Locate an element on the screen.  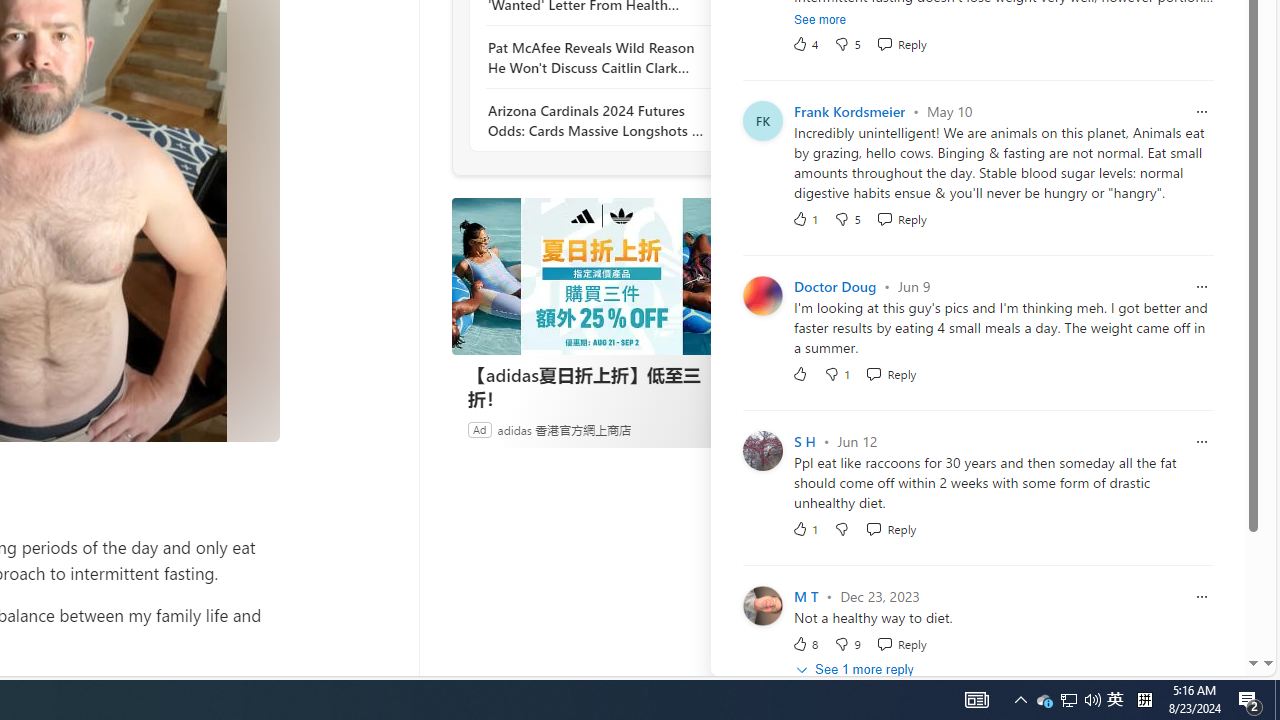
'4 Like' is located at coordinates (805, 43).